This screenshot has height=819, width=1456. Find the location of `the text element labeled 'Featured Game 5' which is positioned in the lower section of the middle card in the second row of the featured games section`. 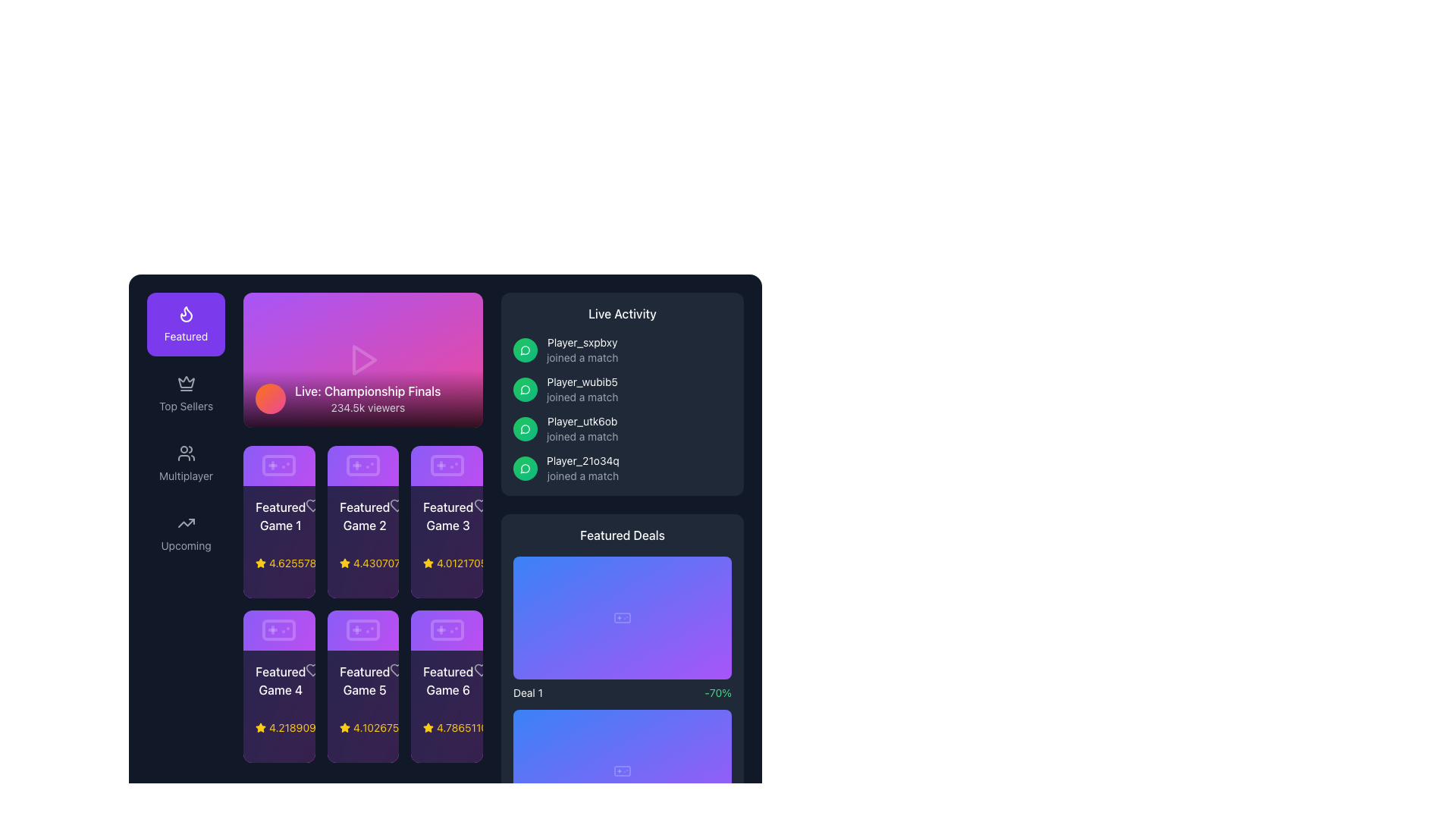

the text element labeled 'Featured Game 5' which is positioned in the lower section of the middle card in the second row of the featured games section is located at coordinates (362, 680).